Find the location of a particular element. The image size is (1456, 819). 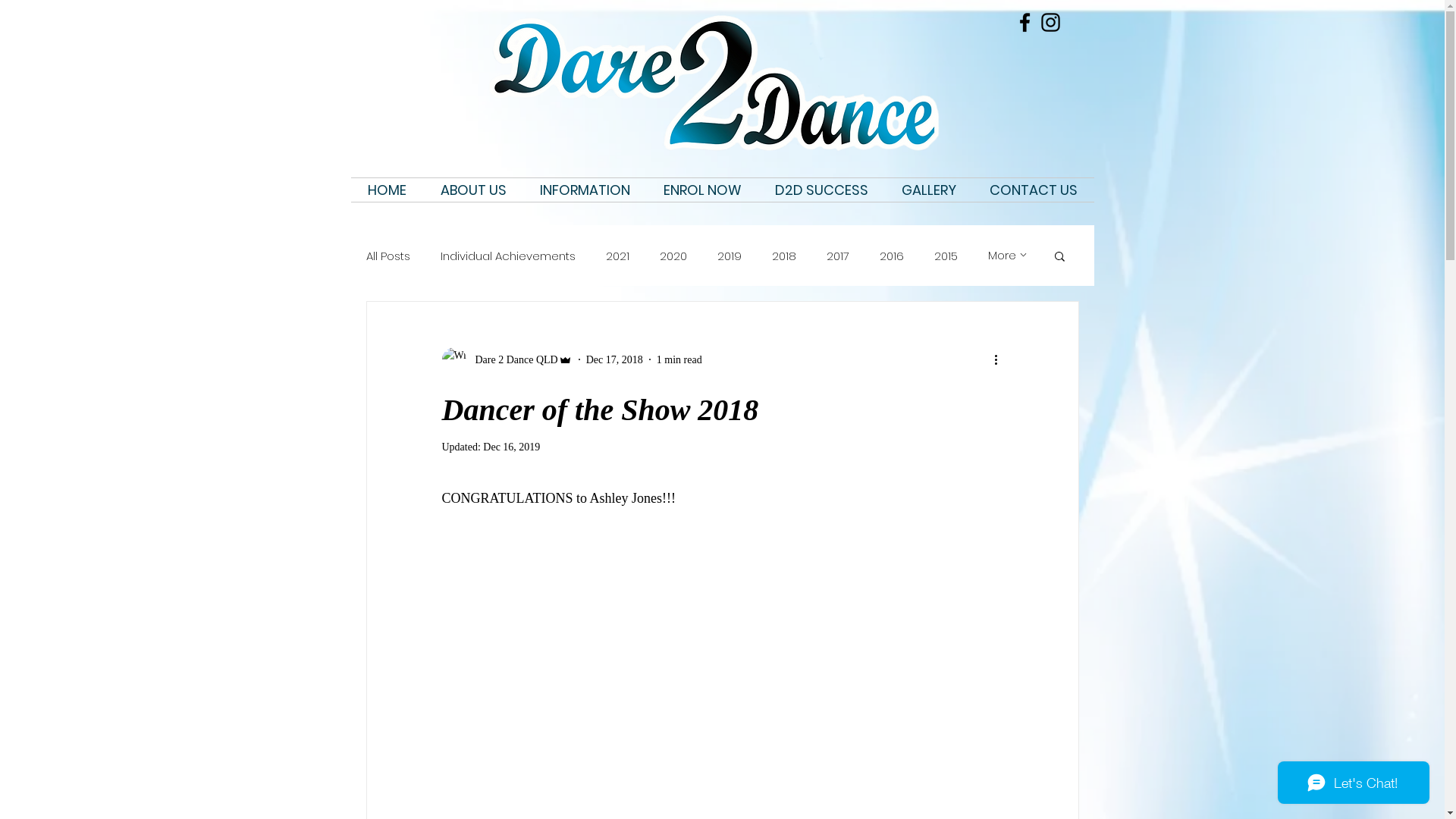

'D2D SUCCESS' is located at coordinates (821, 189).